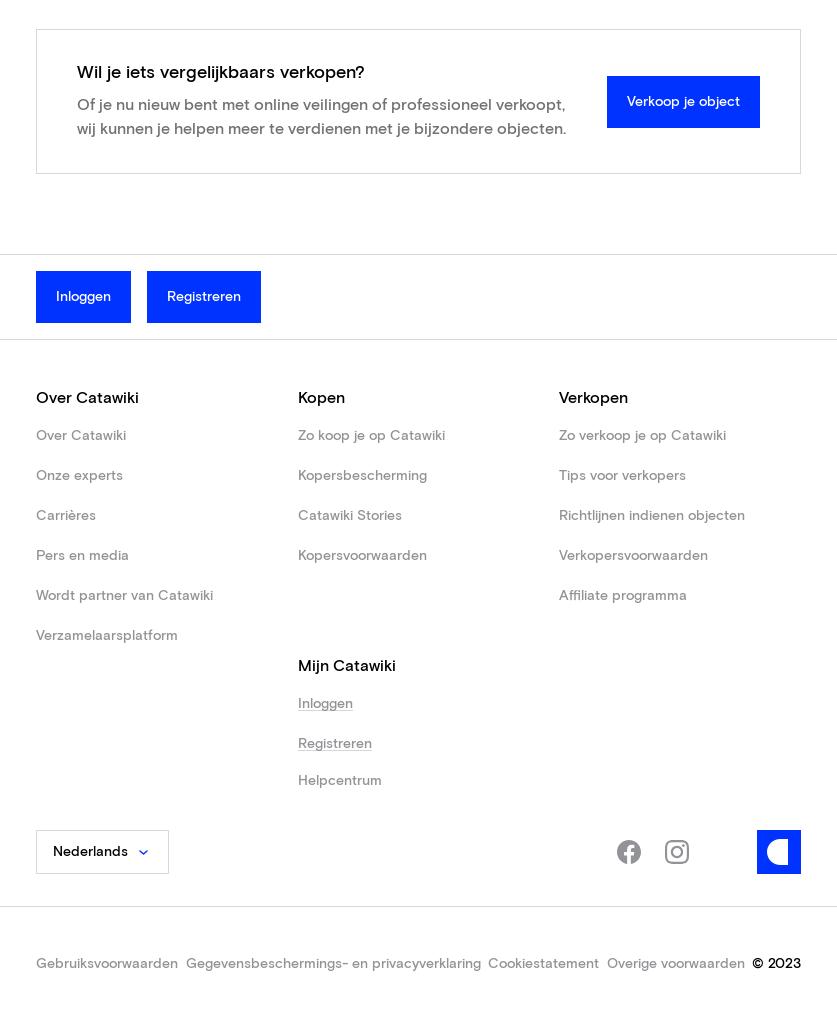 The width and height of the screenshot is (837, 1021). Describe the element at coordinates (219, 73) in the screenshot. I see `'Wil je iets vergelijkbaars verkopen?'` at that location.